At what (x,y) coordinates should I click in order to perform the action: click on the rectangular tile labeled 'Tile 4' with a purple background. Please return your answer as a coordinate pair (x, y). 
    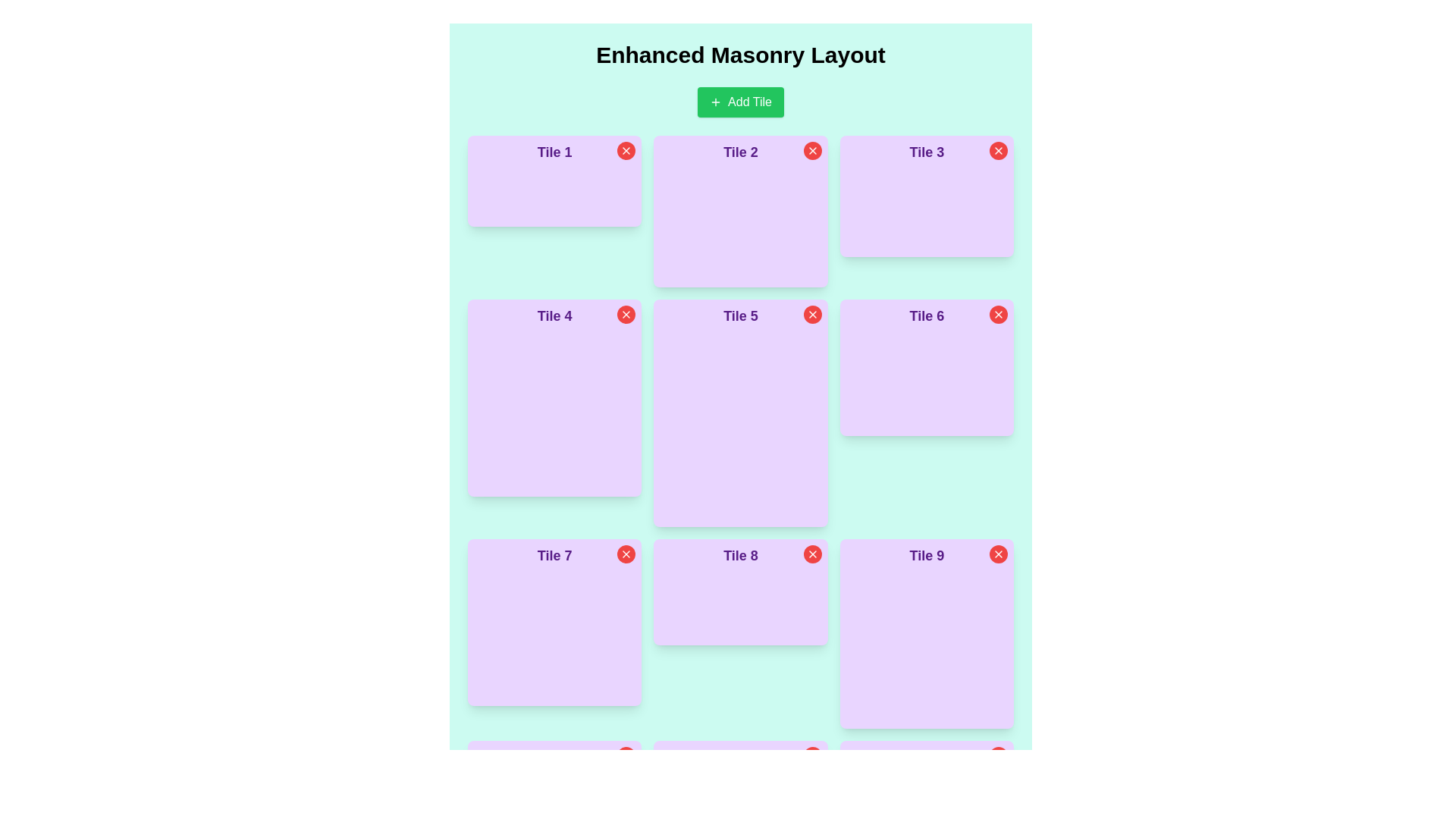
    Looking at the image, I should click on (554, 397).